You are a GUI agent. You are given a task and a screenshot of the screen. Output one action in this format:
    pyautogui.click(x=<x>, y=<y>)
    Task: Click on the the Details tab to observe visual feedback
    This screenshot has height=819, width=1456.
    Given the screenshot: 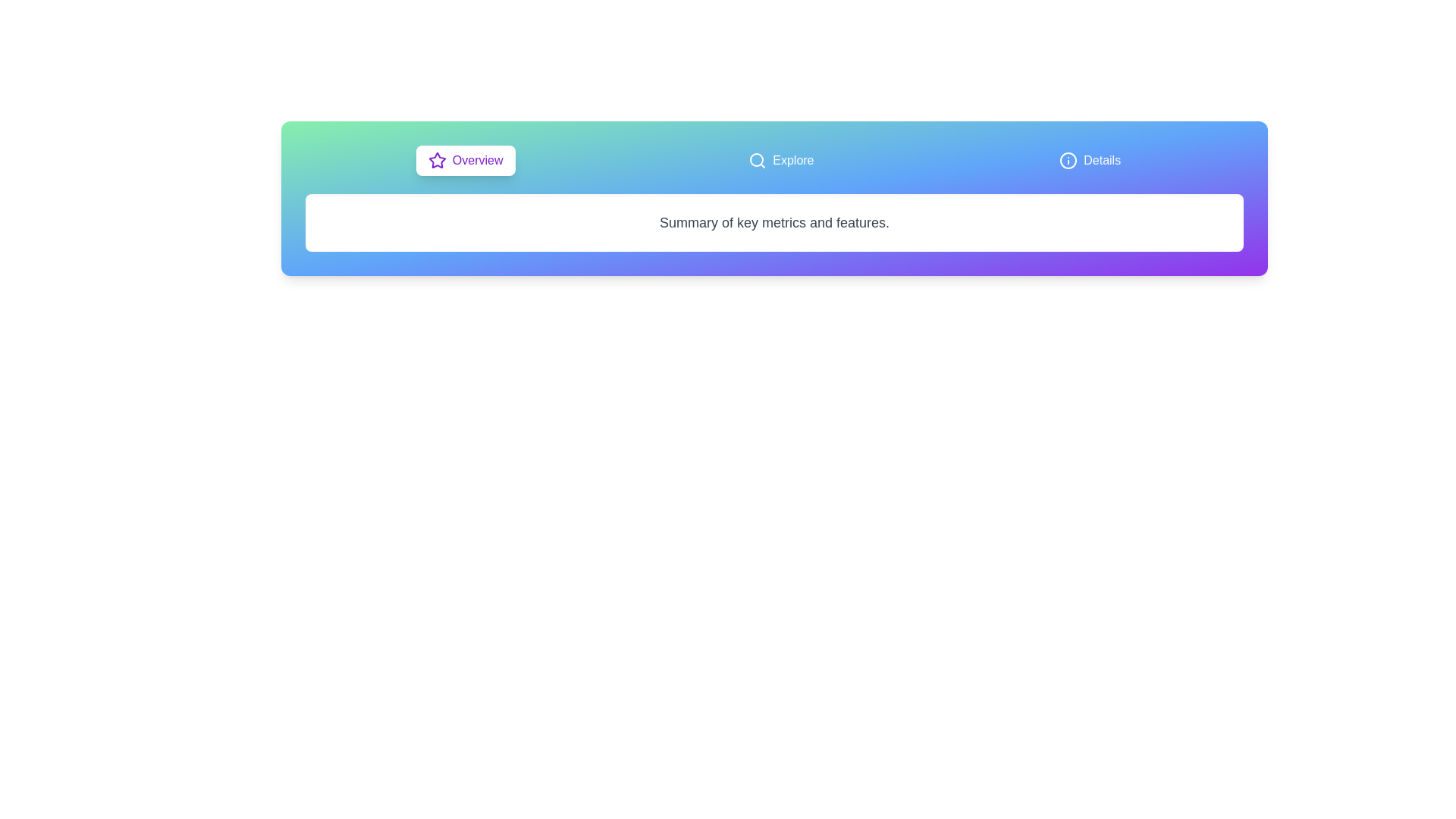 What is the action you would take?
    pyautogui.click(x=1089, y=161)
    